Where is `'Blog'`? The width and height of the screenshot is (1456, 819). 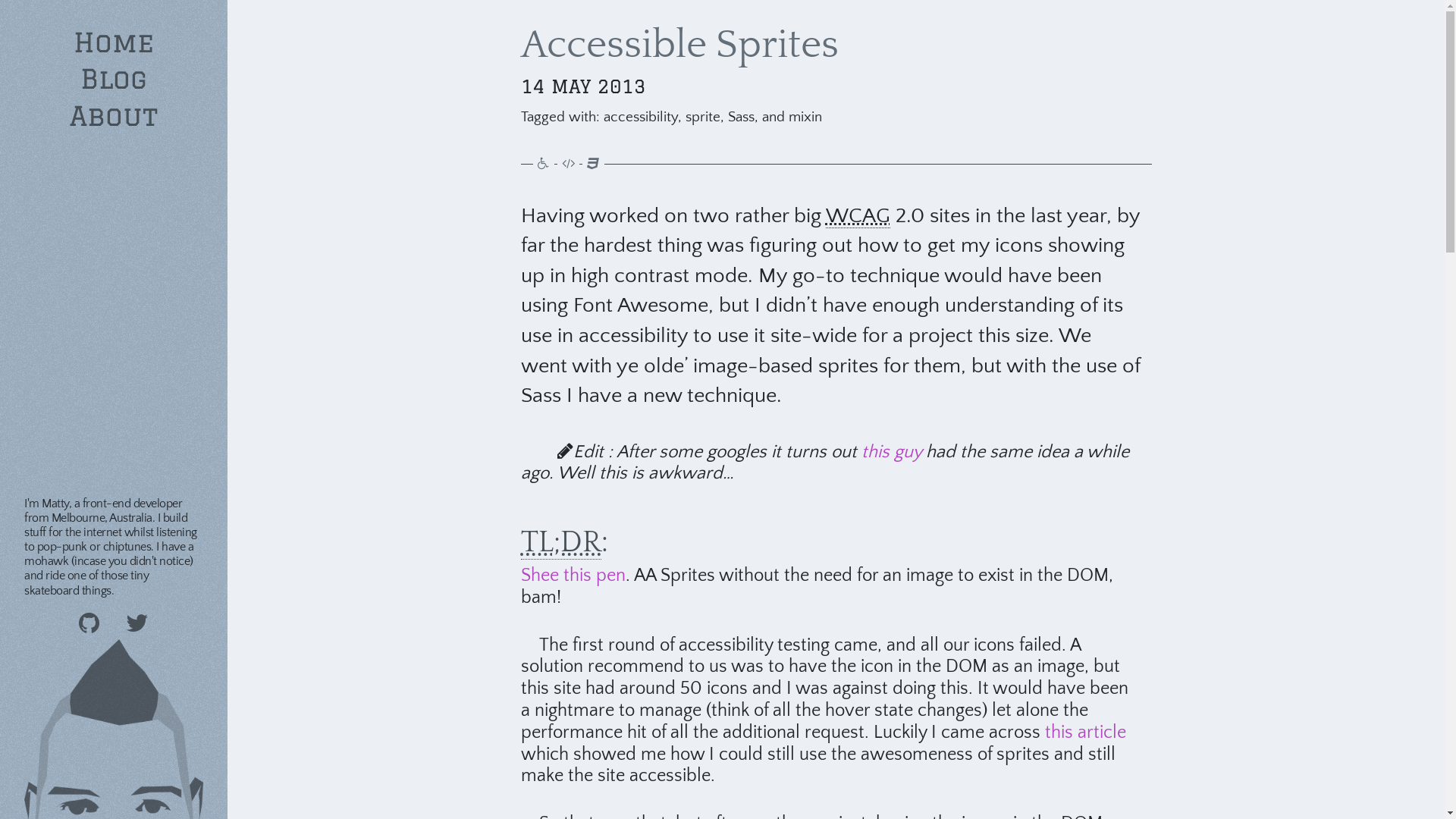
'Blog' is located at coordinates (112, 79).